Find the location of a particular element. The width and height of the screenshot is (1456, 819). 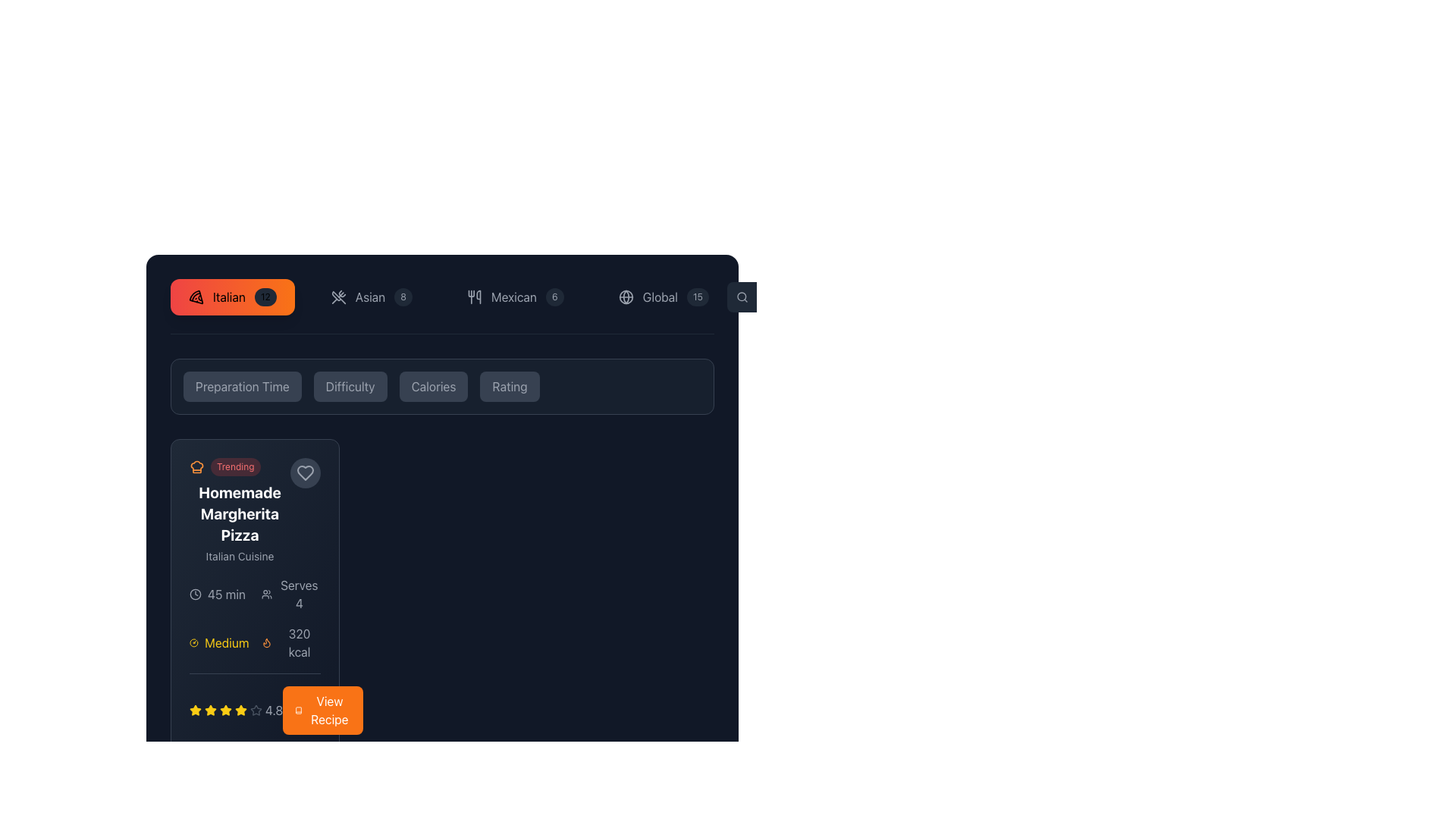

the calorie information text label with an adjacent icon located at the bottom-right area of the recipe card component is located at coordinates (290, 643).